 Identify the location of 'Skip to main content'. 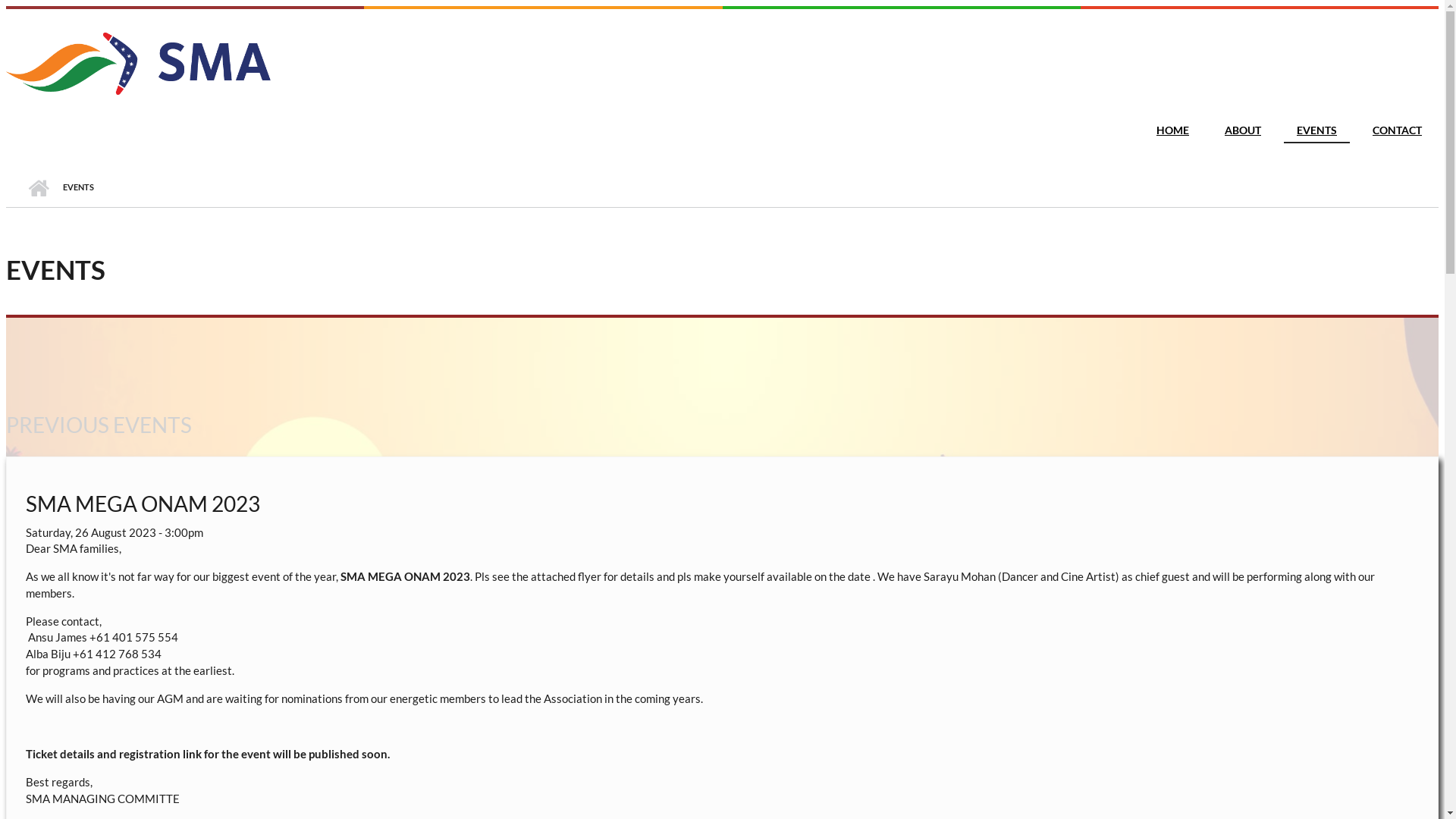
(57, 6).